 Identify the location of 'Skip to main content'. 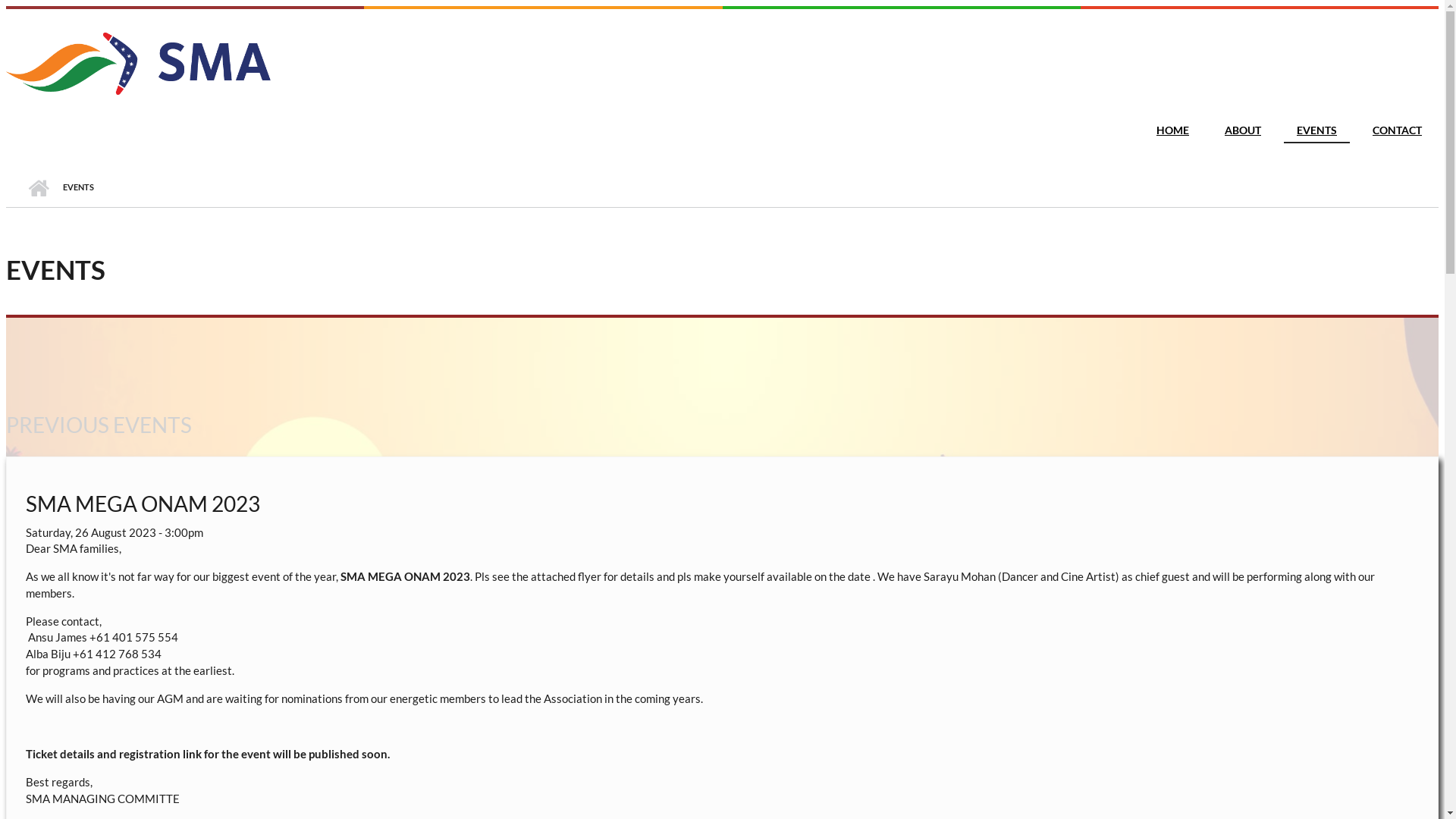
(57, 6).